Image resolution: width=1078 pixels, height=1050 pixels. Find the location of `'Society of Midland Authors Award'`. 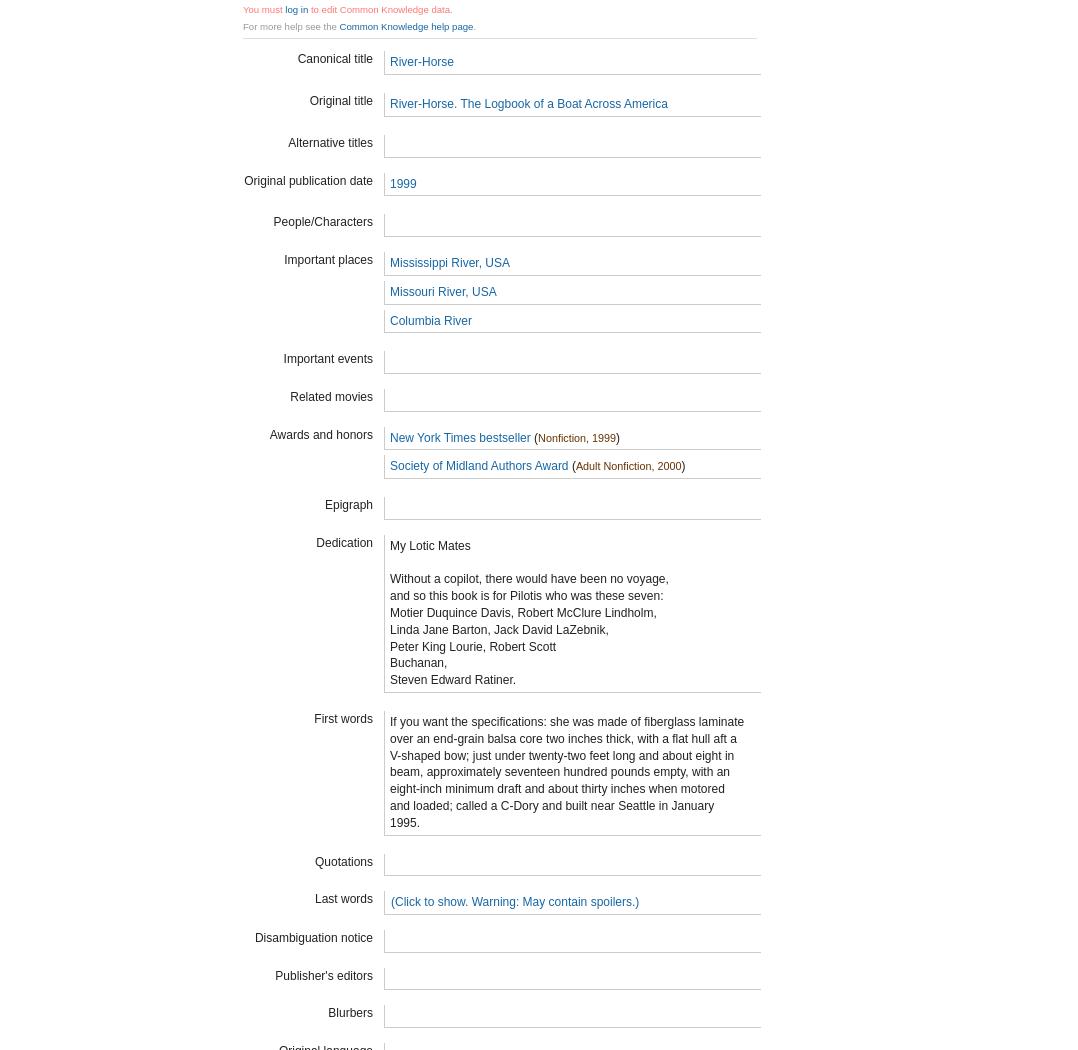

'Society of Midland Authors Award' is located at coordinates (477, 465).